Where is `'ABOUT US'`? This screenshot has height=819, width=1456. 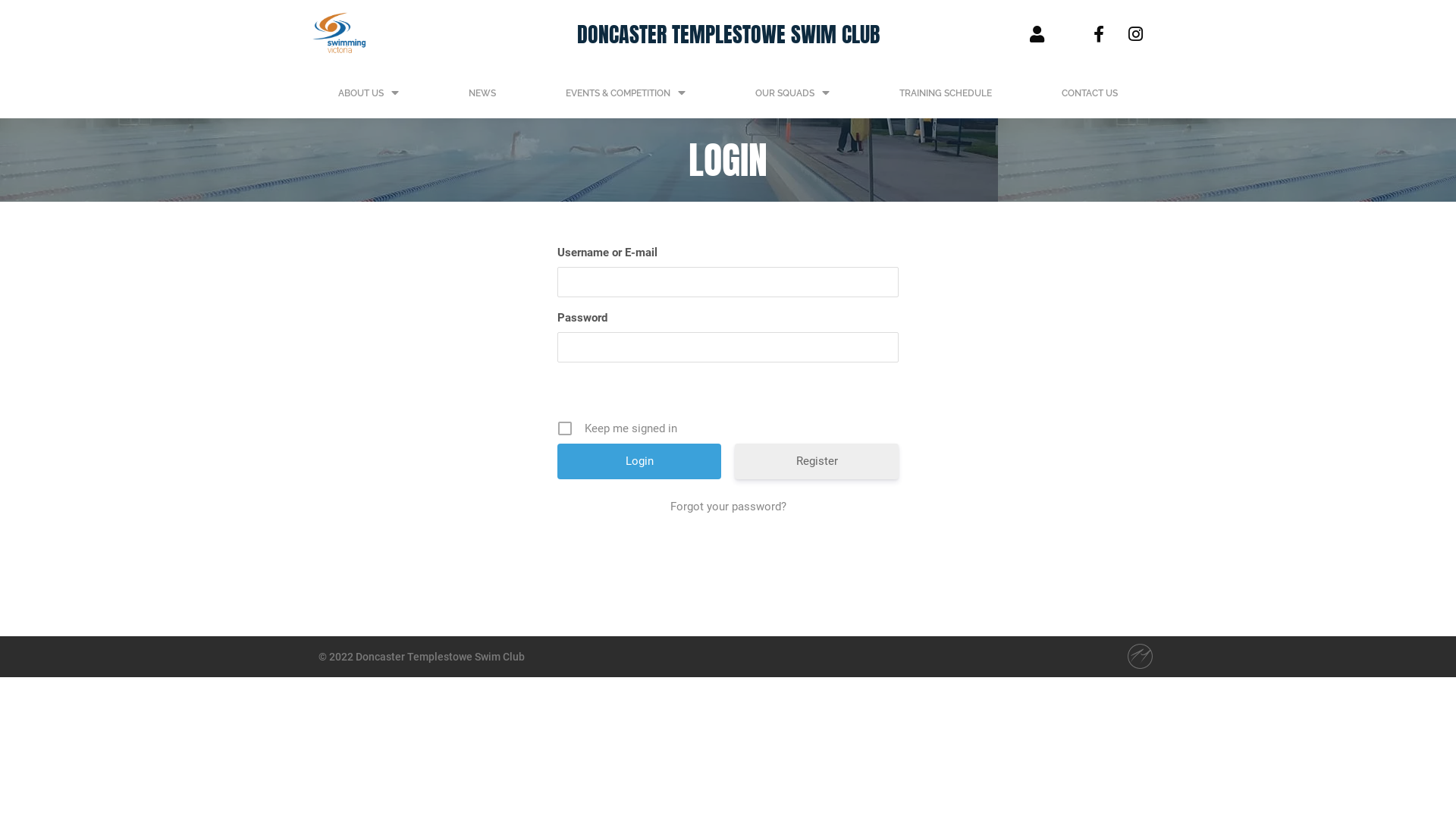 'ABOUT US' is located at coordinates (368, 93).